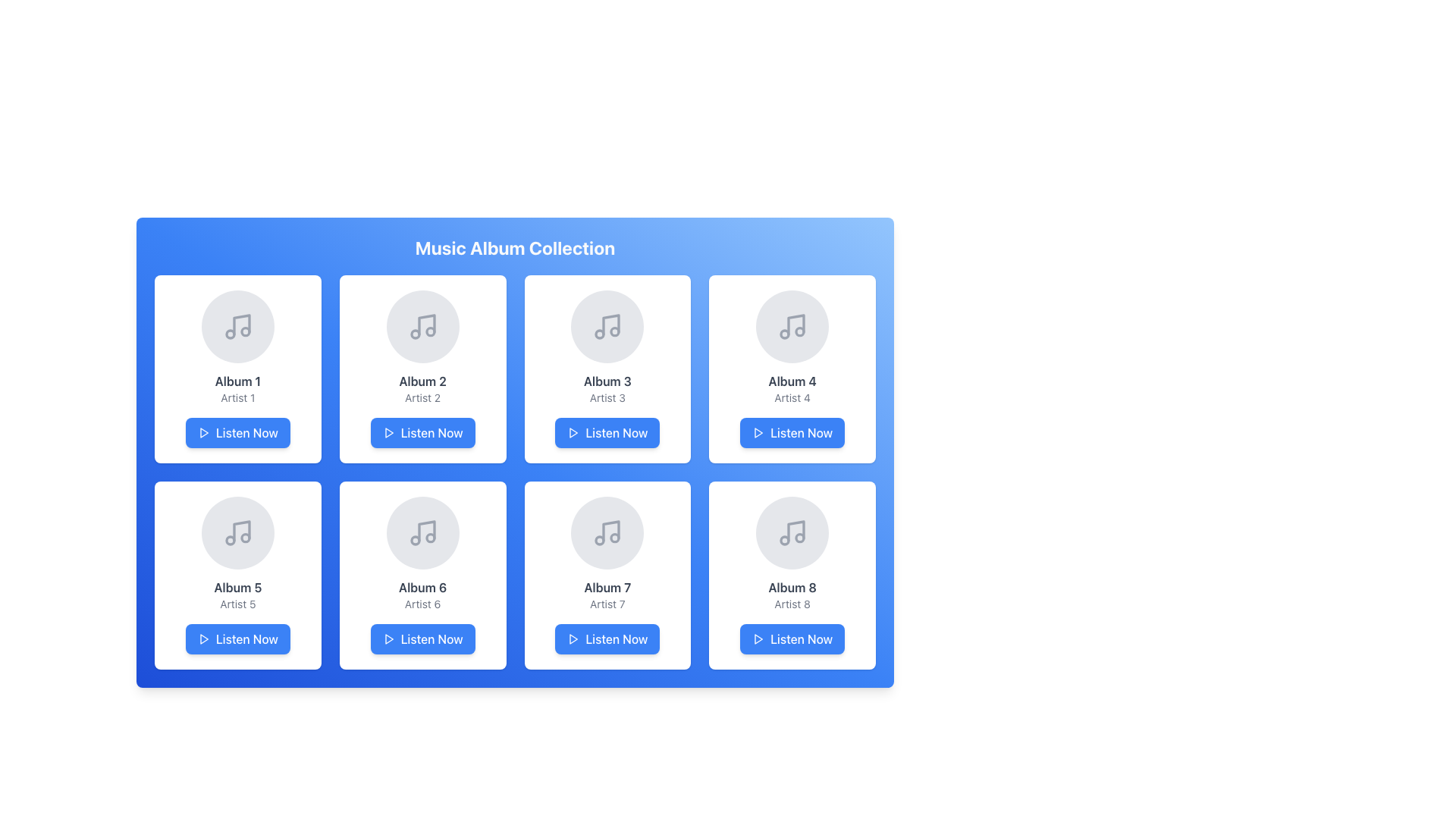 This screenshot has height=819, width=1456. I want to click on the play button located at the bottom of the card displaying 'Album 7' and 'Artist 7' to play content, so click(607, 639).